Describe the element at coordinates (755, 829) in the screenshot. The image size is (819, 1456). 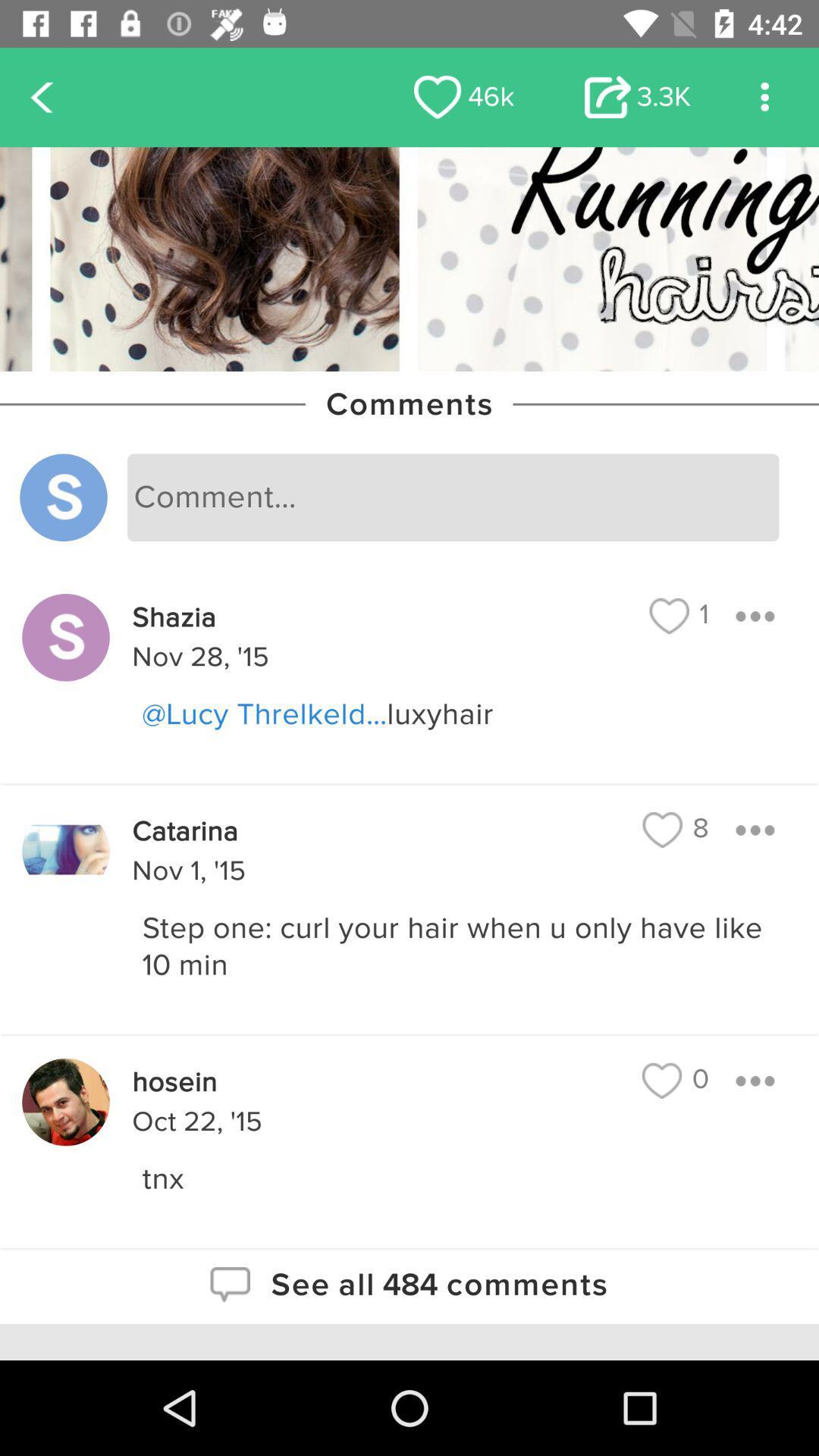
I see `more options` at that location.